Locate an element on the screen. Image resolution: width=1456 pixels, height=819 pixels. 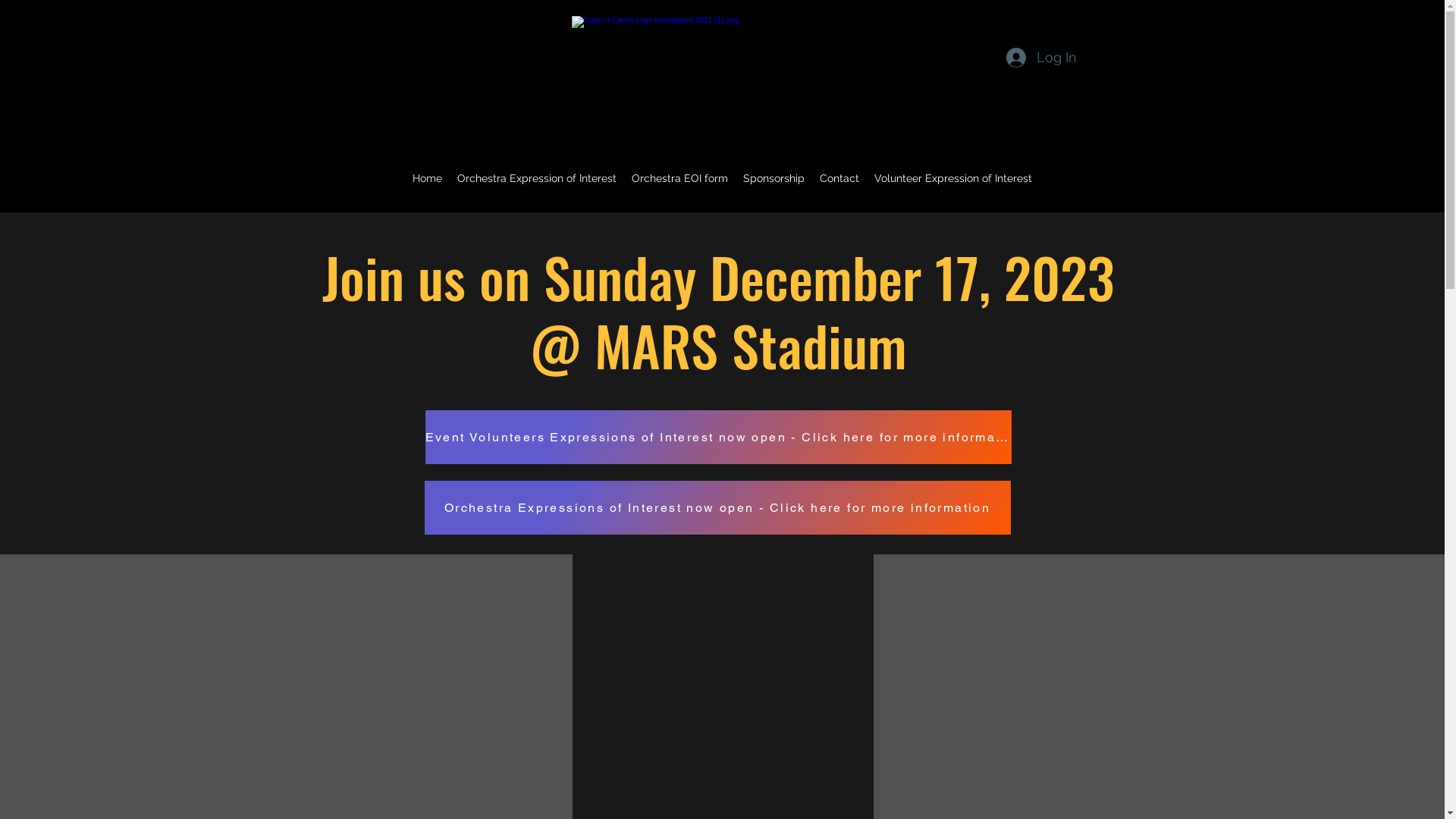
'Volunteer Expression of Interest' is located at coordinates (952, 177).